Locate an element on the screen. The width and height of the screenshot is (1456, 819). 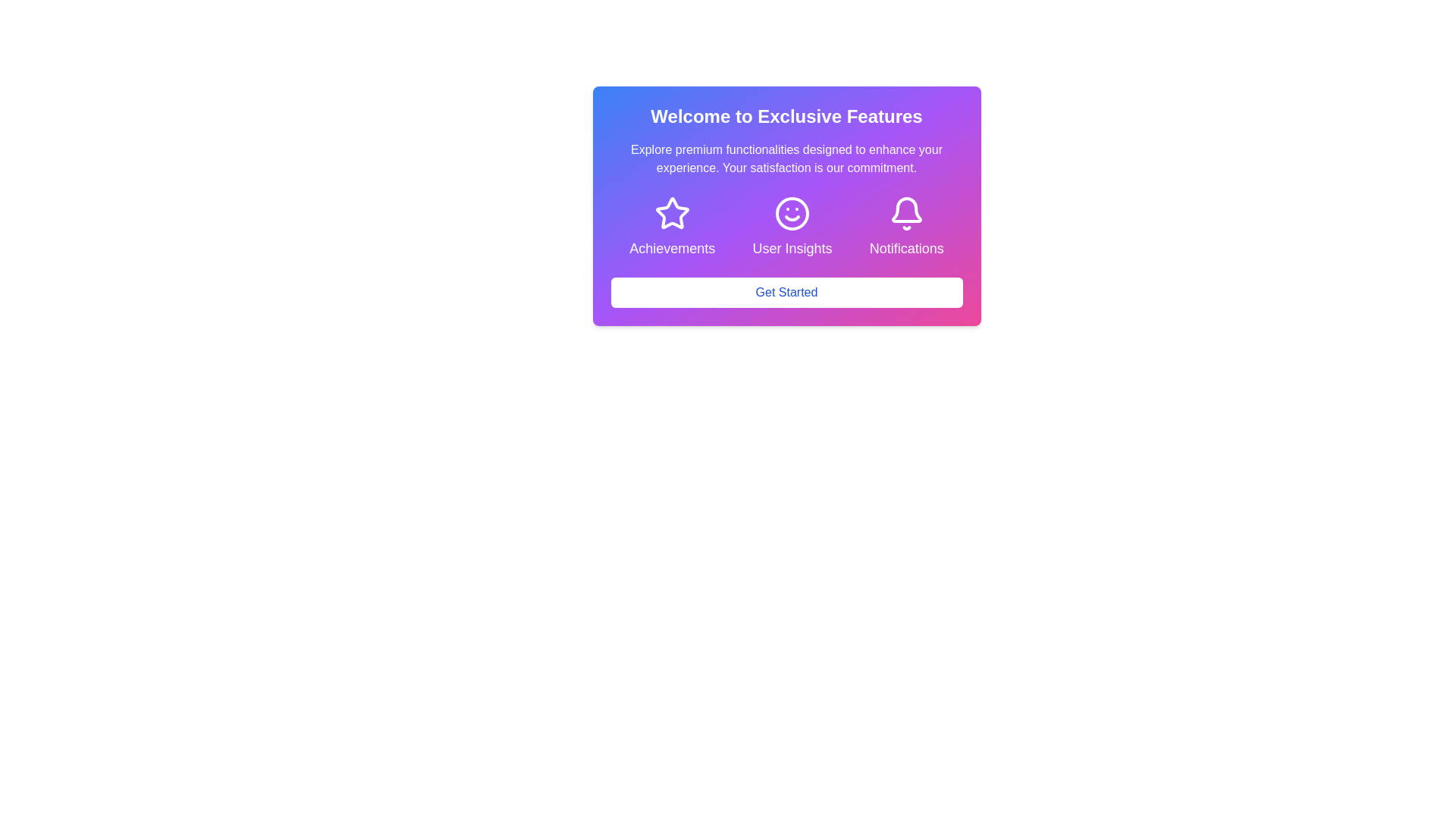
label located under the star icon, which serves as a textual companion for user guidance is located at coordinates (671, 247).